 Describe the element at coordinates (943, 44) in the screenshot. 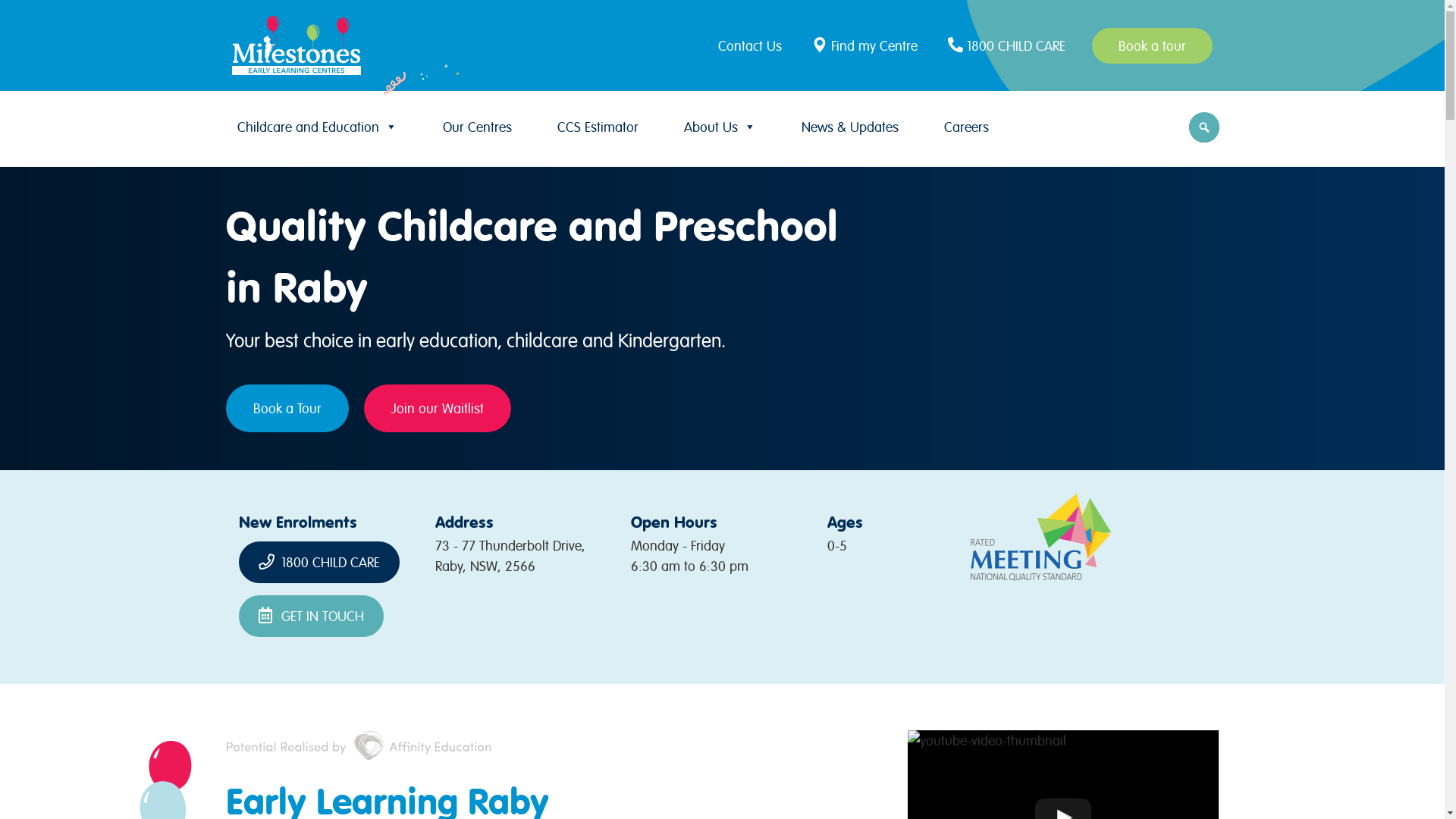

I see `'1800 CHILD CARE'` at that location.